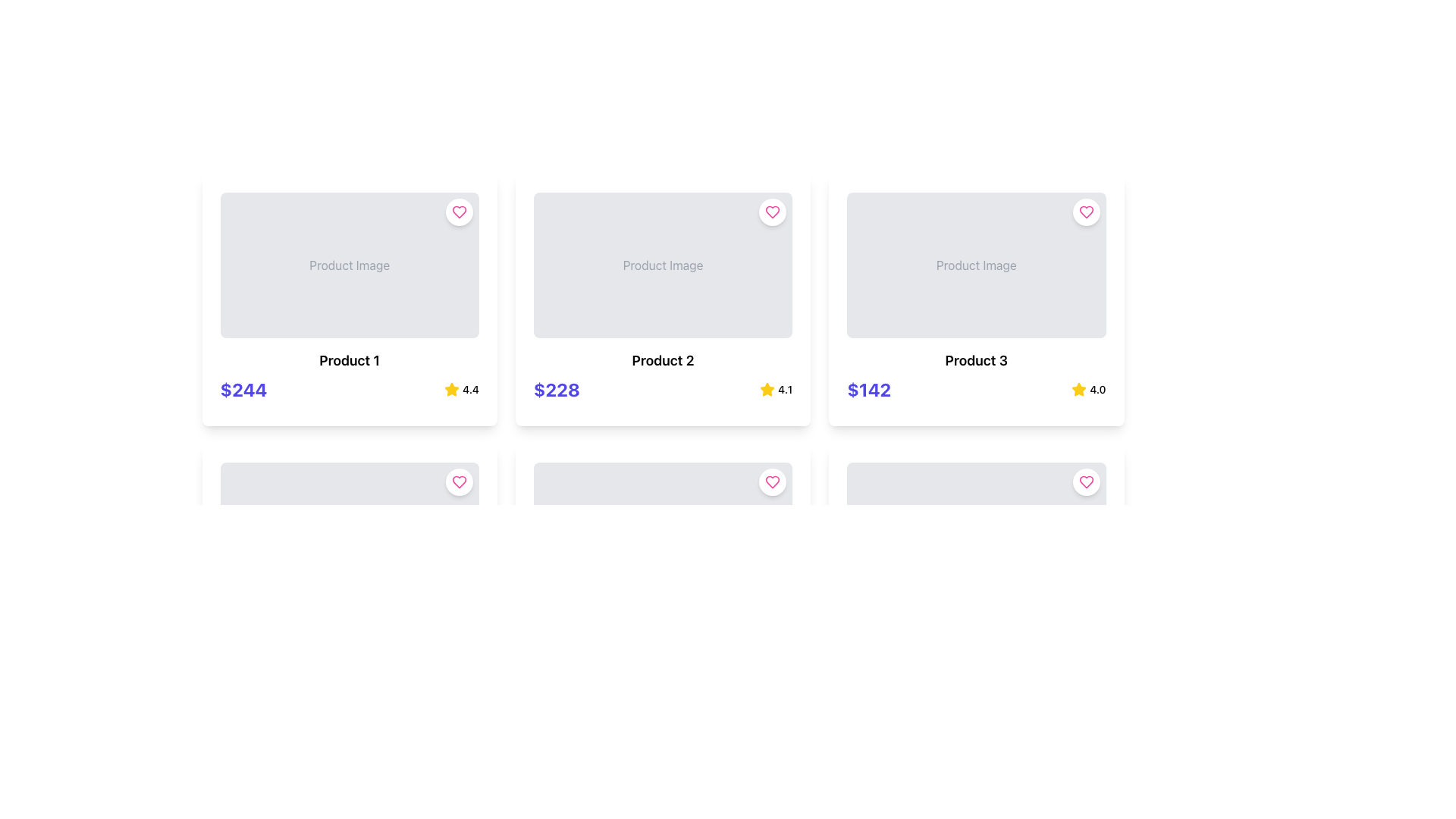 The width and height of the screenshot is (1456, 819). Describe the element at coordinates (773, 212) in the screenshot. I see `the favorite icon located in the top-right corner of the card for Product 2 to interact with the favorite feature` at that location.